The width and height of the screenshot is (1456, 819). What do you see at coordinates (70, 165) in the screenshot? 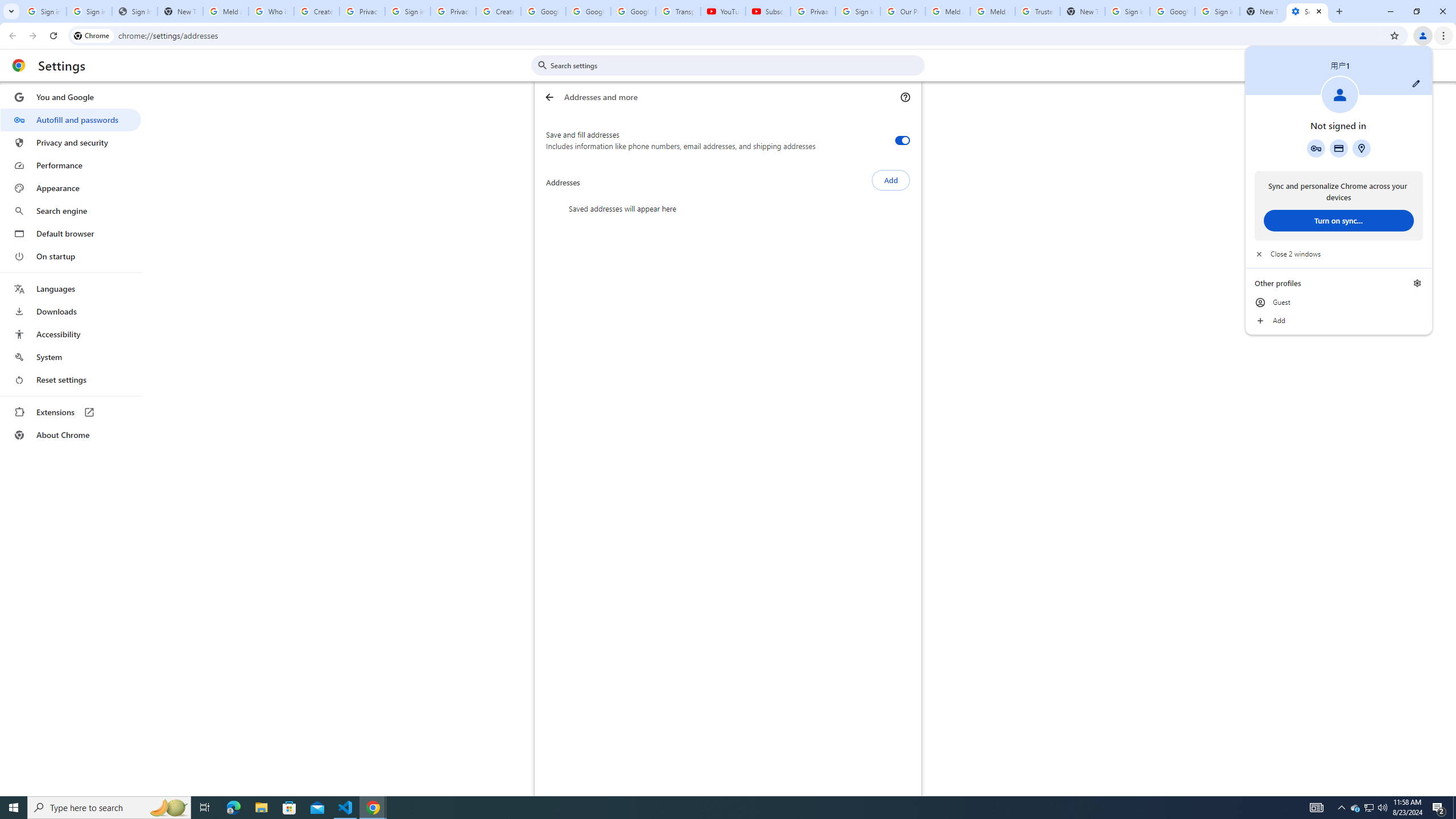
I see `'Performance'` at bounding box center [70, 165].